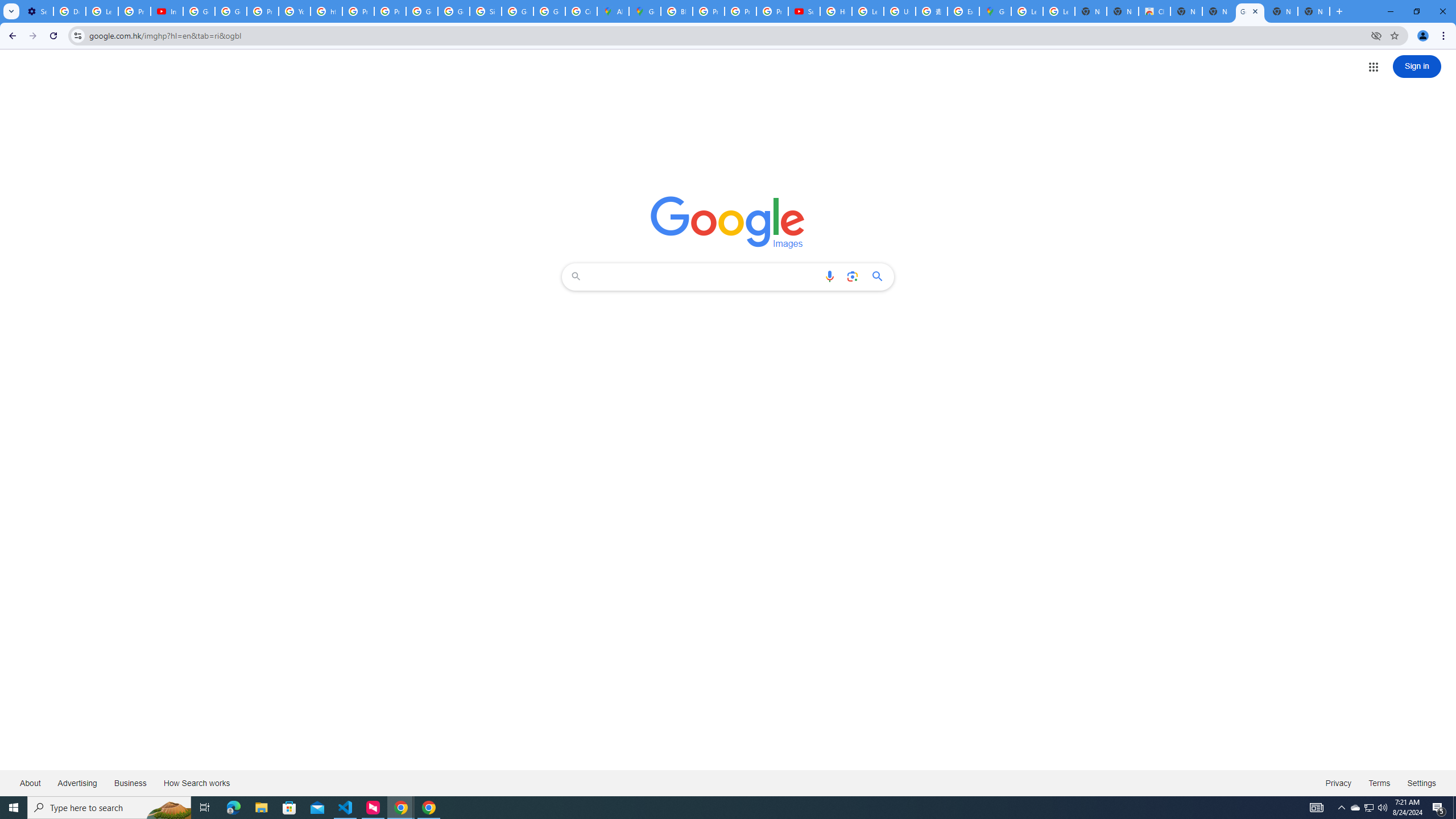 This screenshot has height=819, width=1456. What do you see at coordinates (1314, 11) in the screenshot?
I see `'New Tab'` at bounding box center [1314, 11].